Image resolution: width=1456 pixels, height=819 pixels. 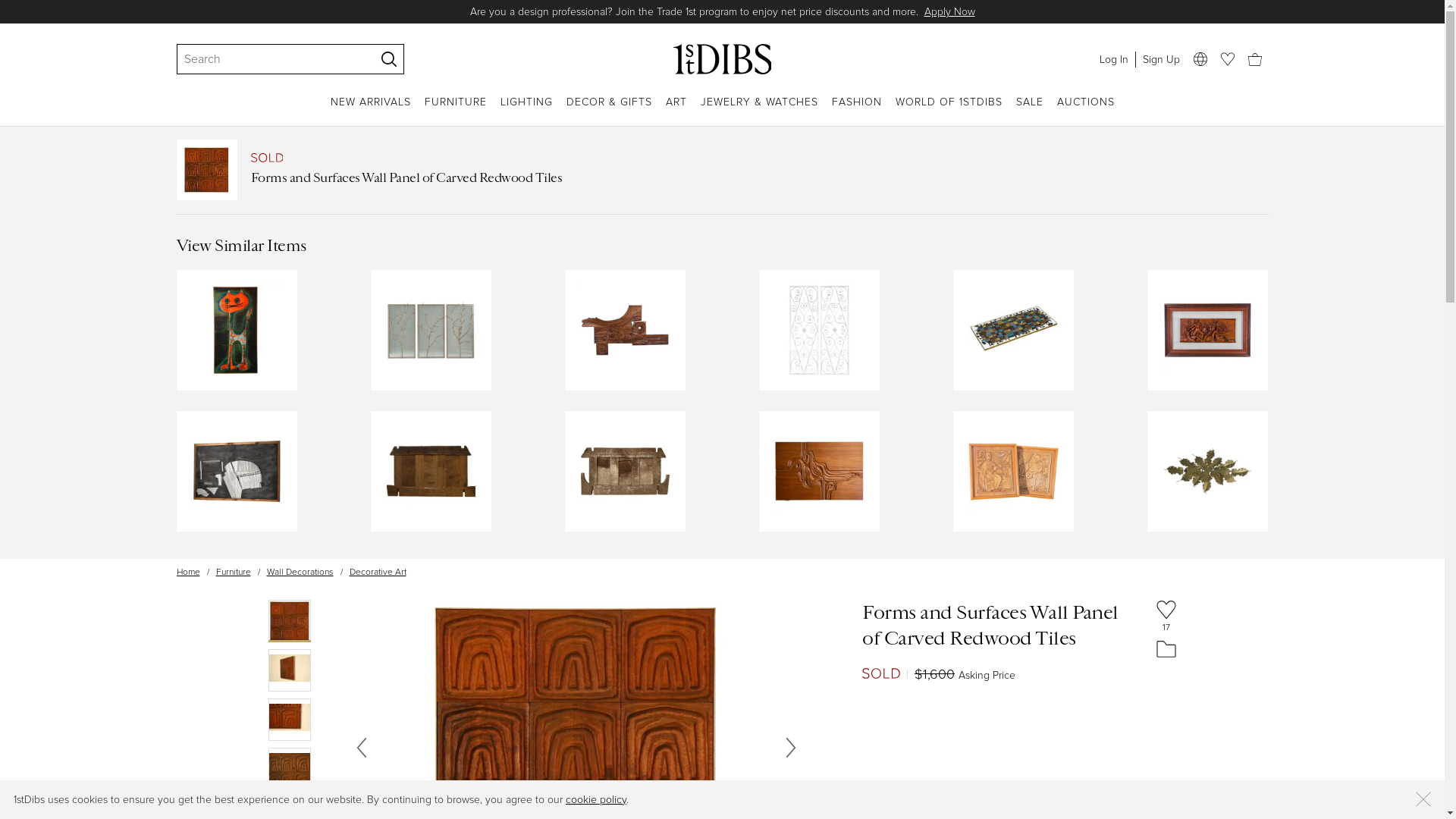 I want to click on 'cookie policy', so click(x=595, y=799).